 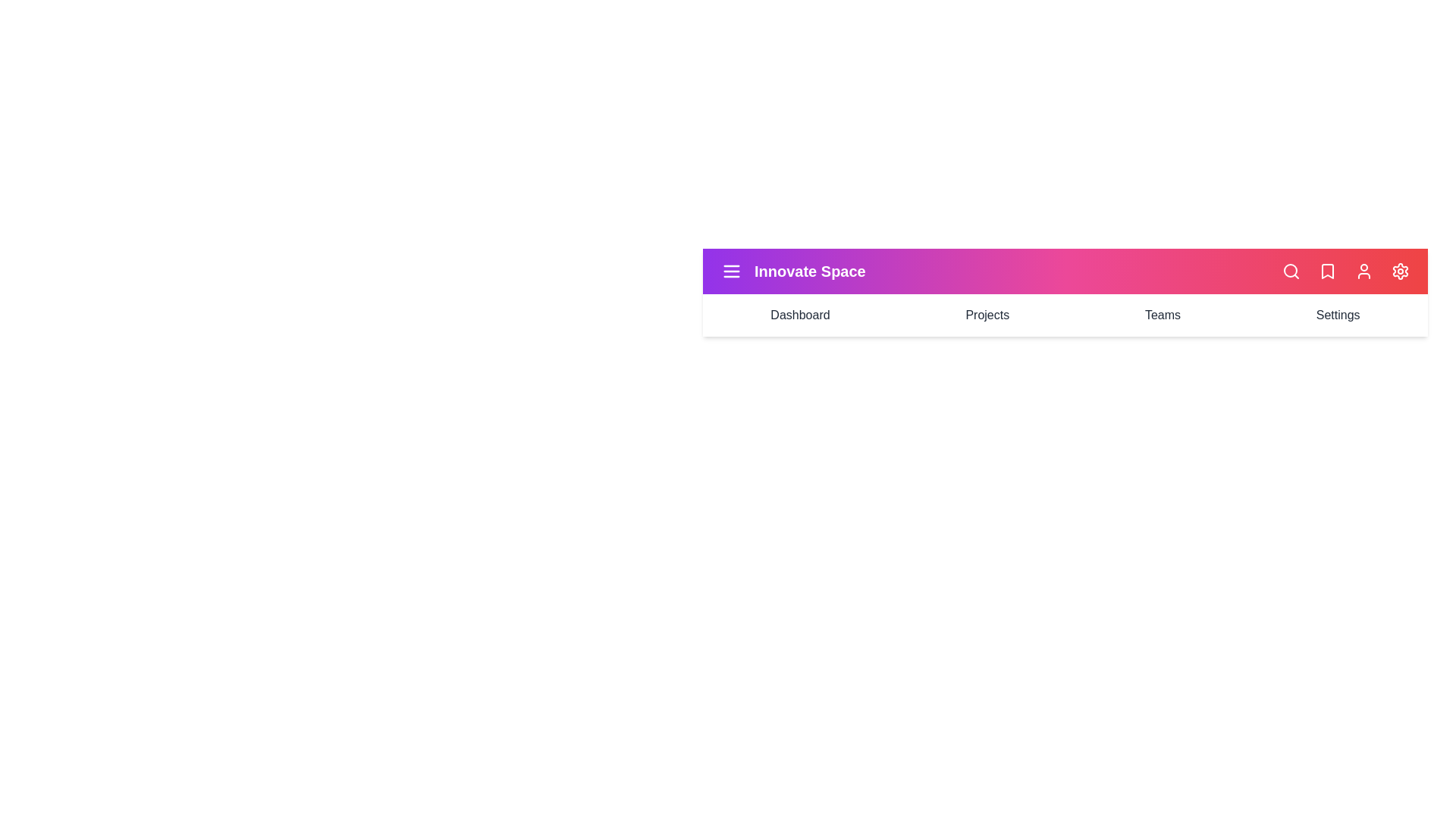 I want to click on the settings icon located in the top-right corner of the app bar, so click(x=1400, y=271).